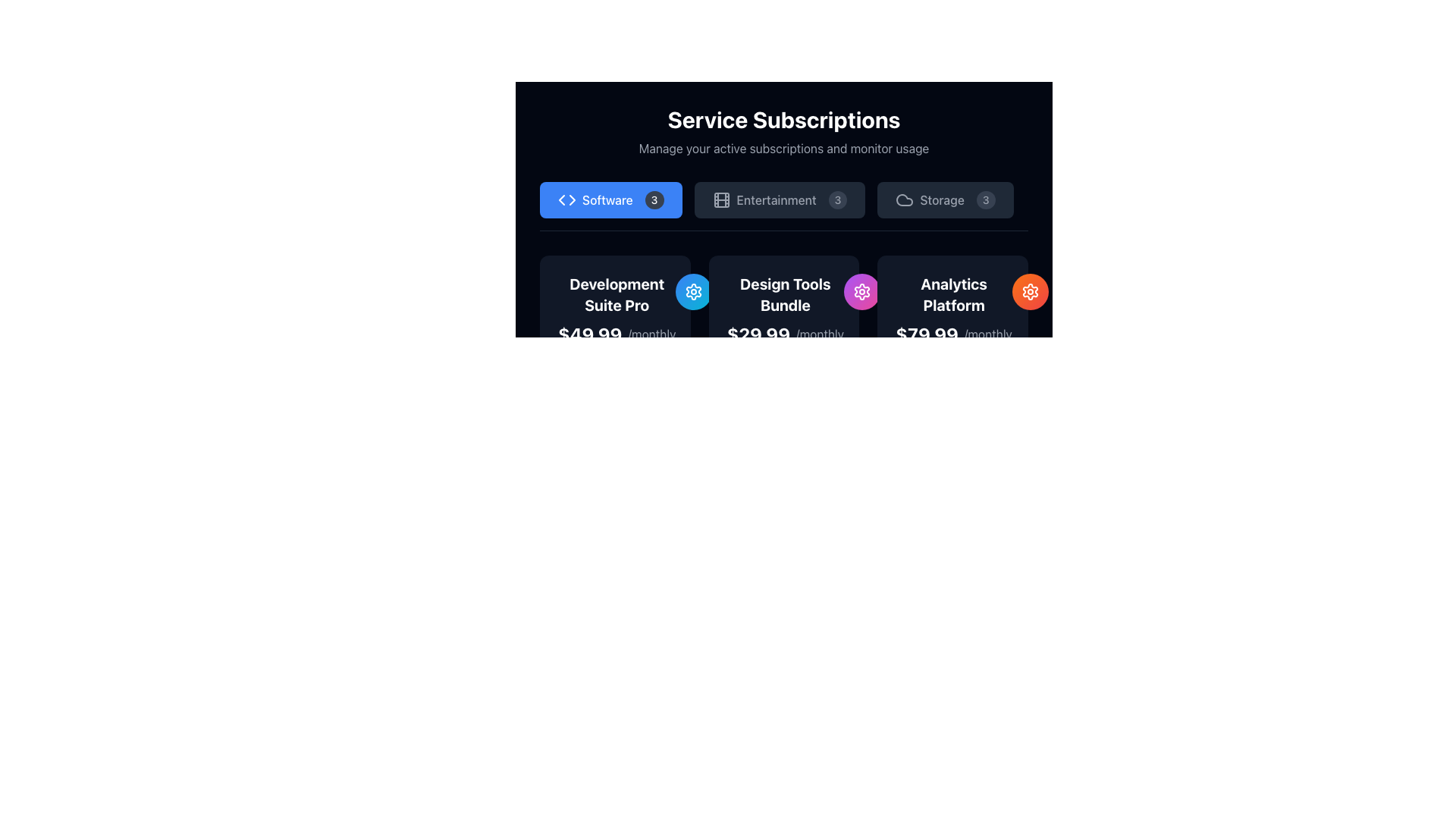 The image size is (1456, 819). Describe the element at coordinates (785, 333) in the screenshot. I see `the text label that displays the pricing of the subscription option, which is located at the bottom section of the 'Design Tools Bundle' card` at that location.